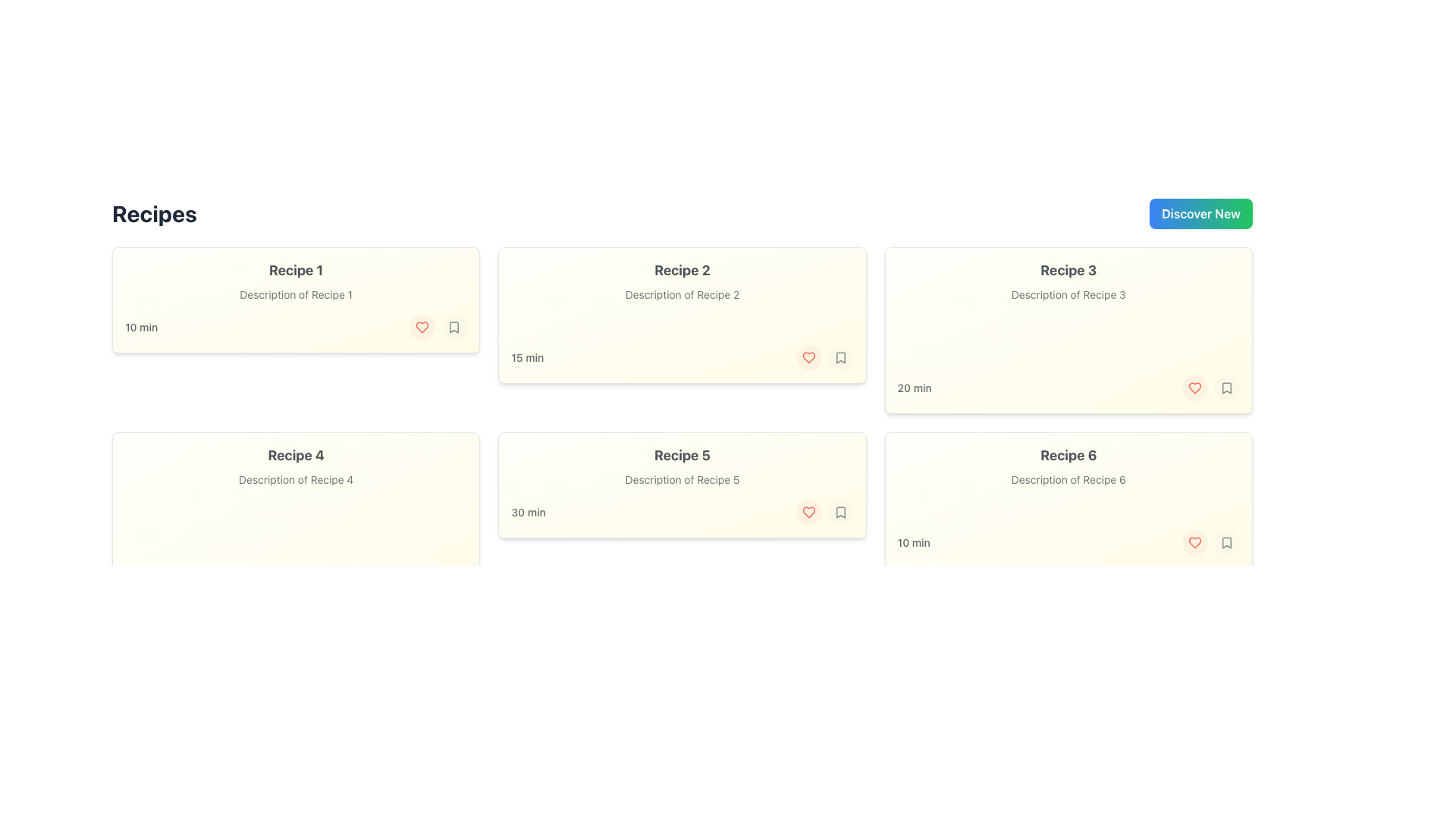 The width and height of the screenshot is (1456, 819). What do you see at coordinates (681, 485) in the screenshot?
I see `the rectangular card with rounded corners featuring a light yellow background that contains the text 'Recipe 5' in bold, along with its description and timing information` at bounding box center [681, 485].